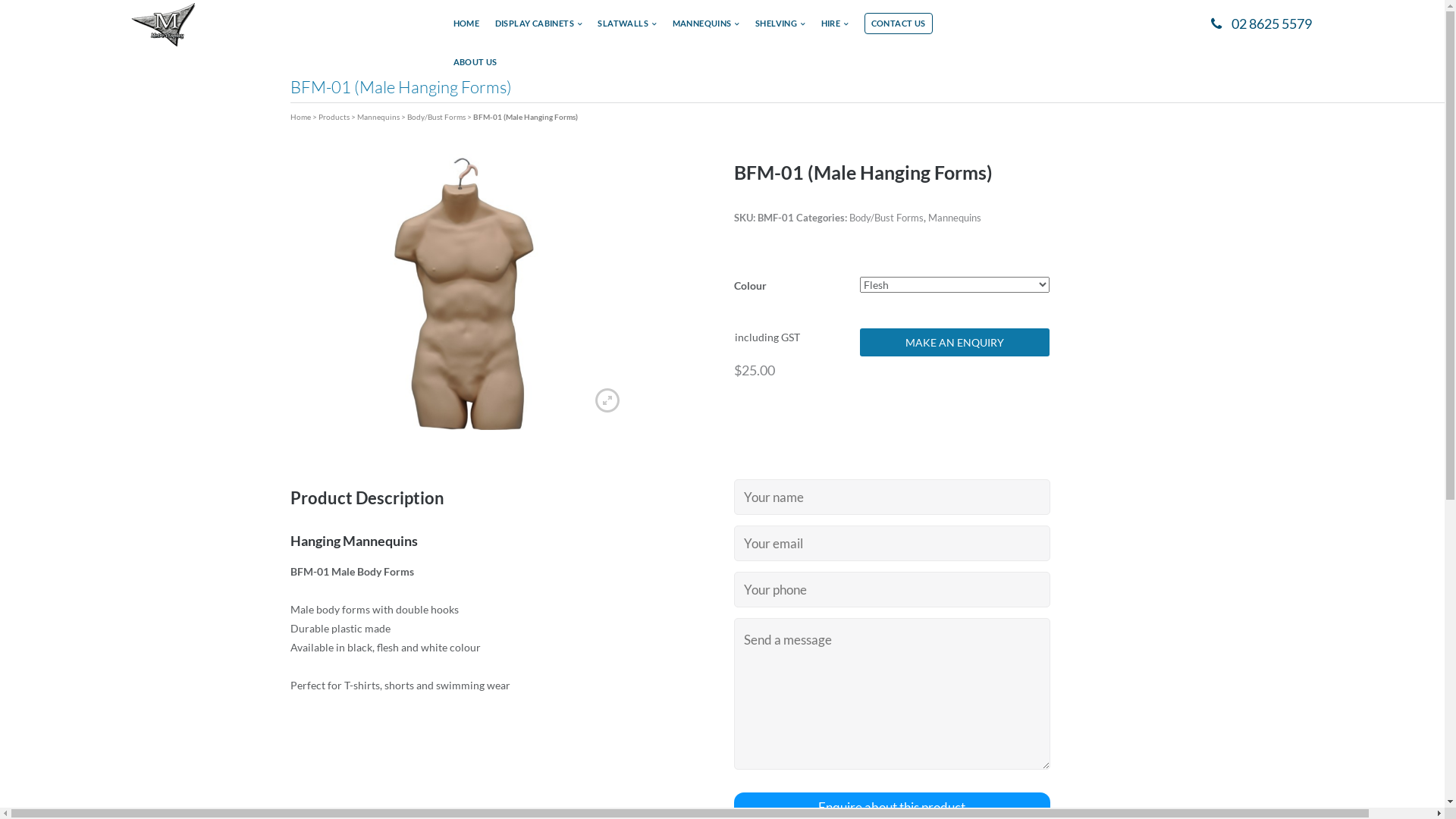 This screenshot has width=1456, height=819. Describe the element at coordinates (0, 0) in the screenshot. I see `'Skip to content'` at that location.